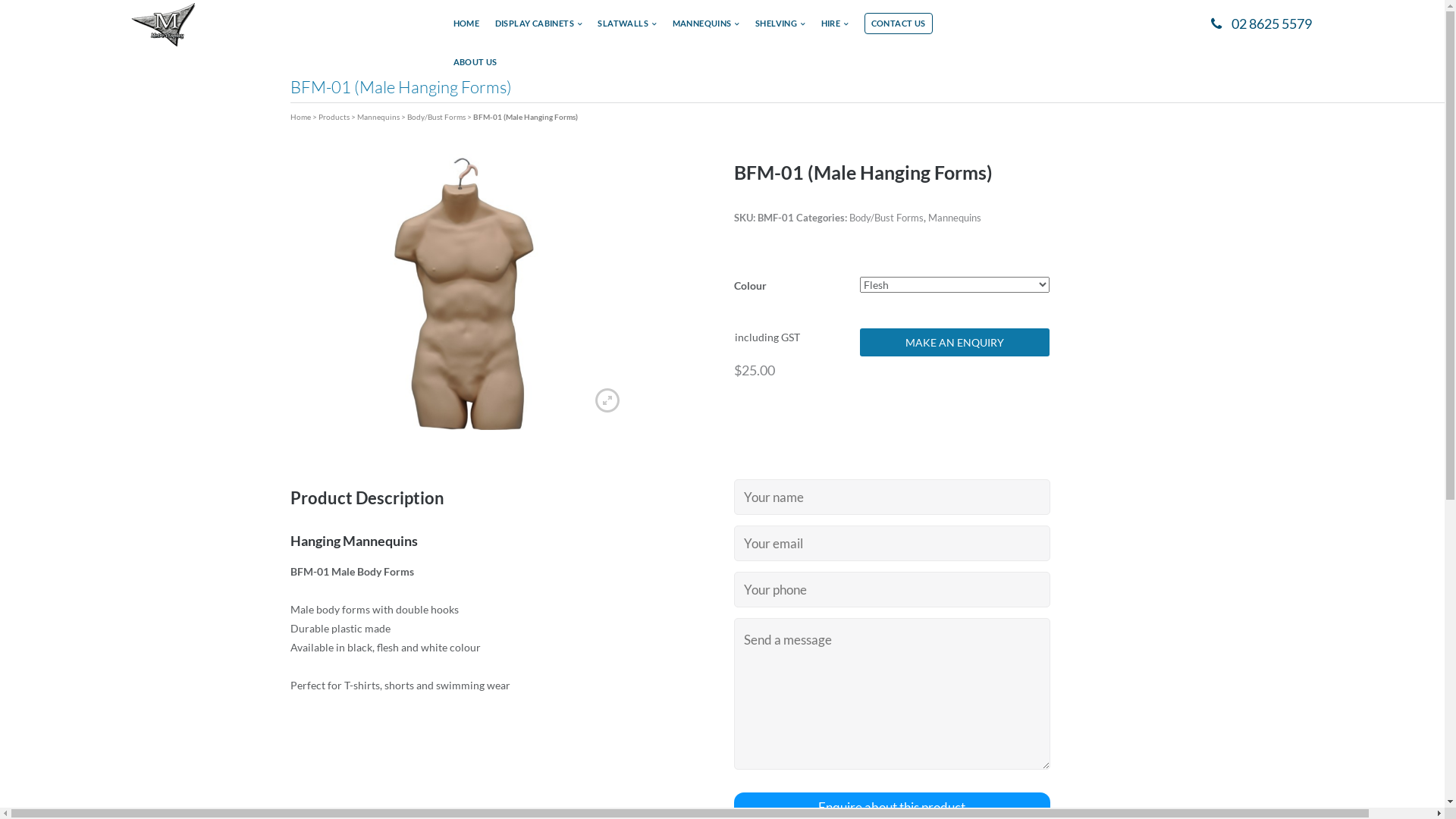 This screenshot has width=1456, height=819. Describe the element at coordinates (0, 0) in the screenshot. I see `'Skip to content'` at that location.